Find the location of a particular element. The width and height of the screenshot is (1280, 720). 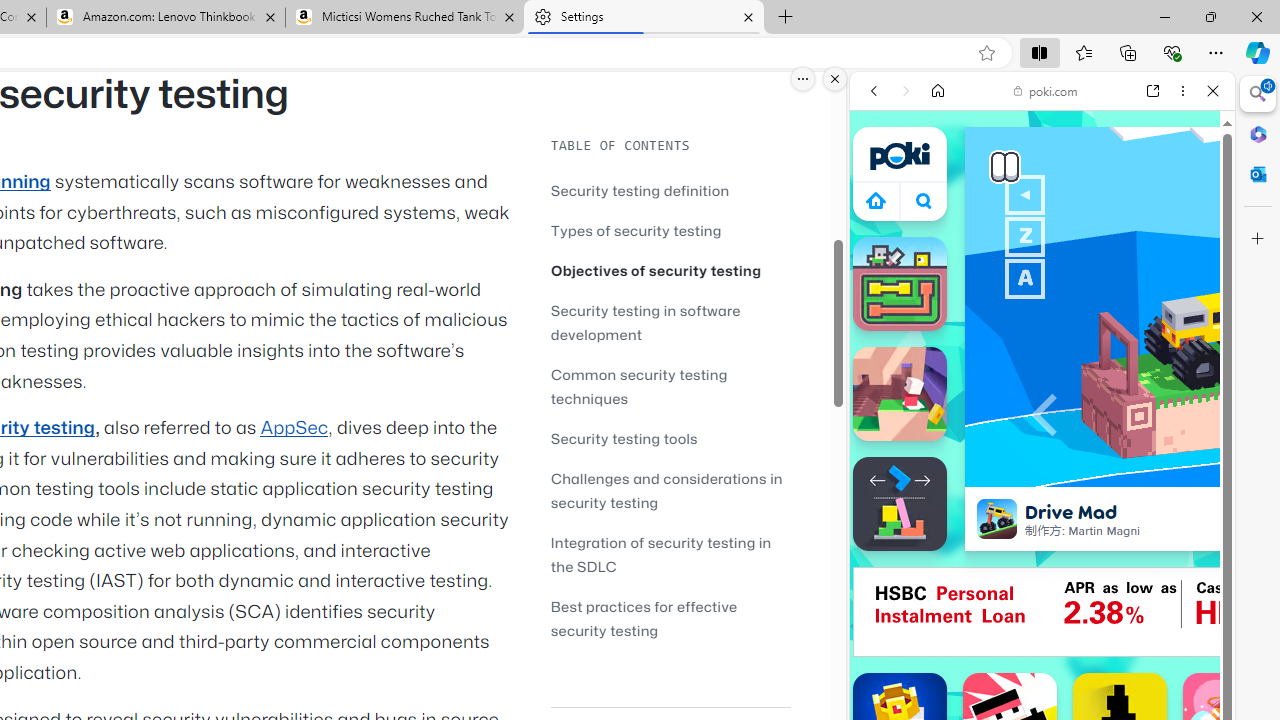

'Common security testing techniques' is located at coordinates (638, 386).